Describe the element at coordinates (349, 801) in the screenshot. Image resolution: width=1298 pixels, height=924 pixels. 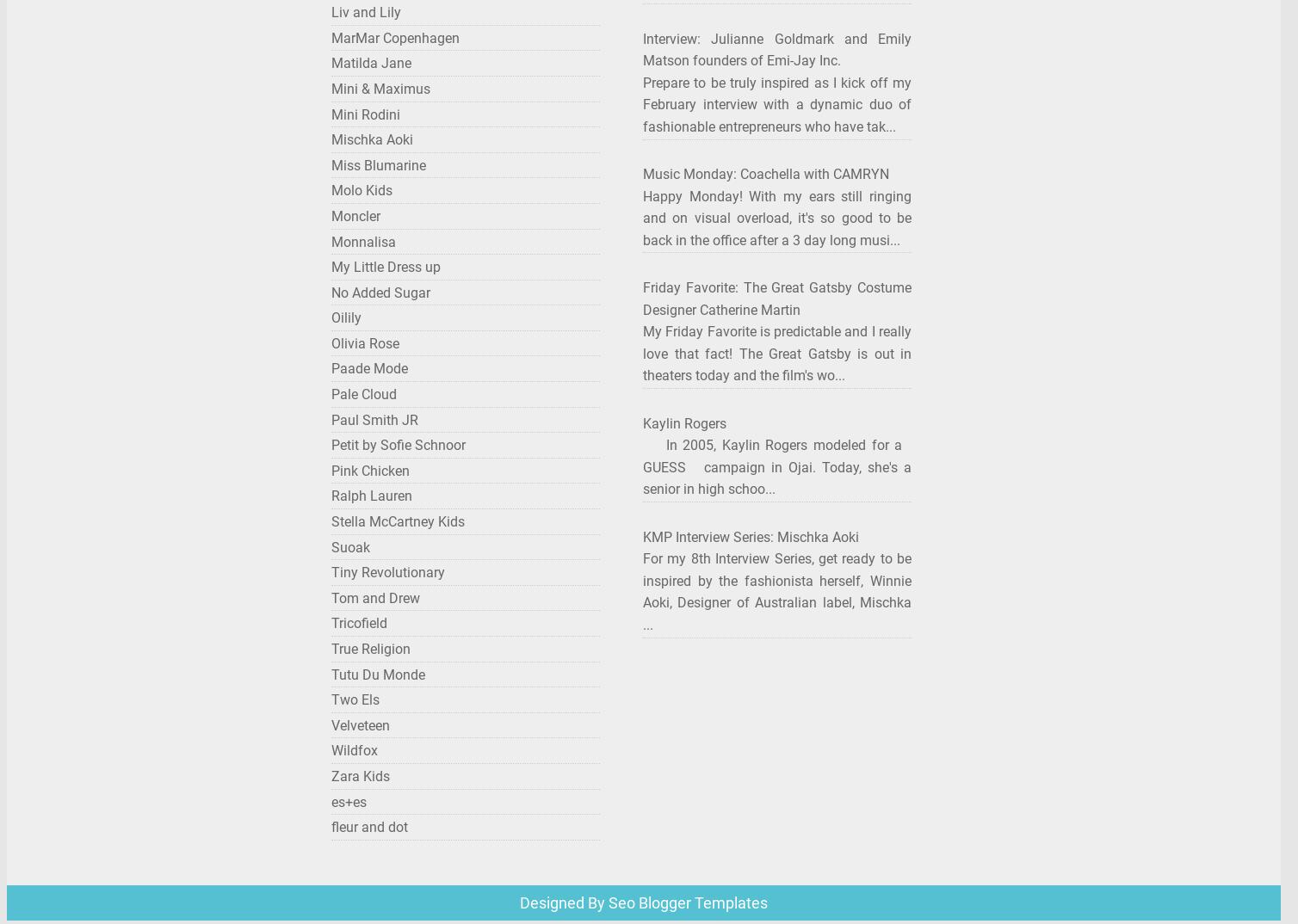
I see `'es+es'` at that location.